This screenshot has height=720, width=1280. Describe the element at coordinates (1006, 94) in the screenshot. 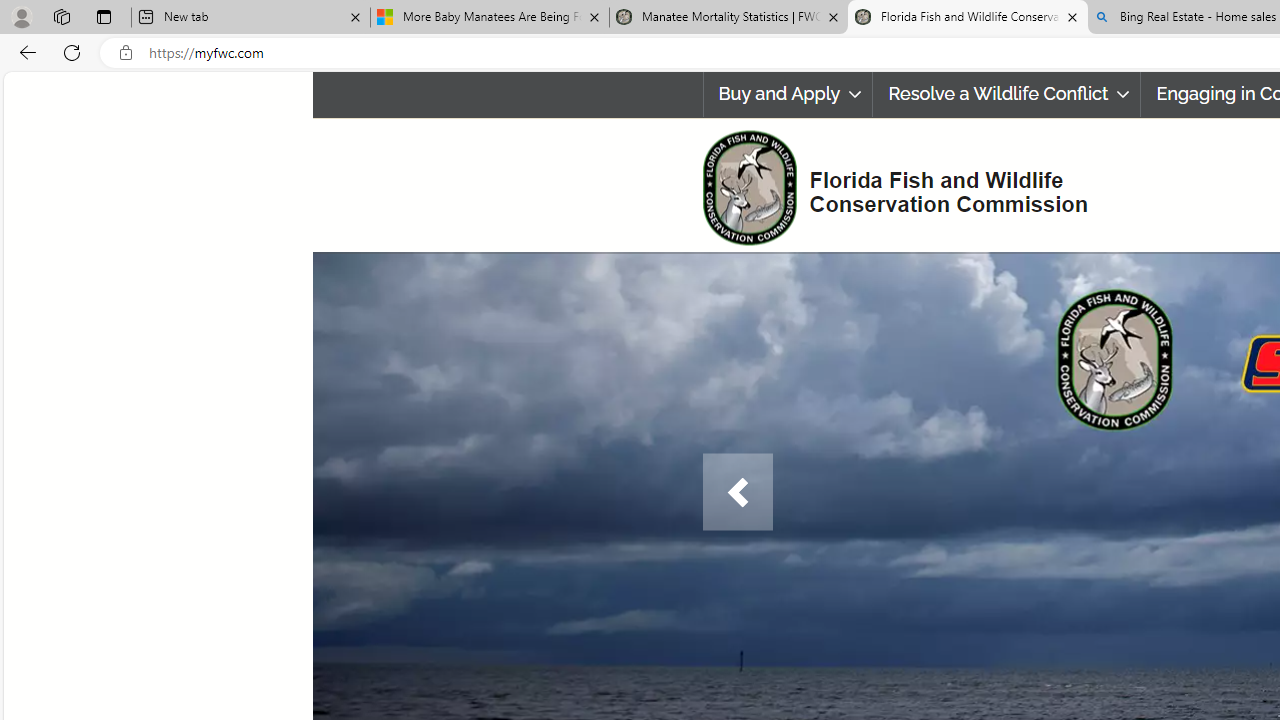

I see `'Resolve a Wildlife Conflict'` at that location.